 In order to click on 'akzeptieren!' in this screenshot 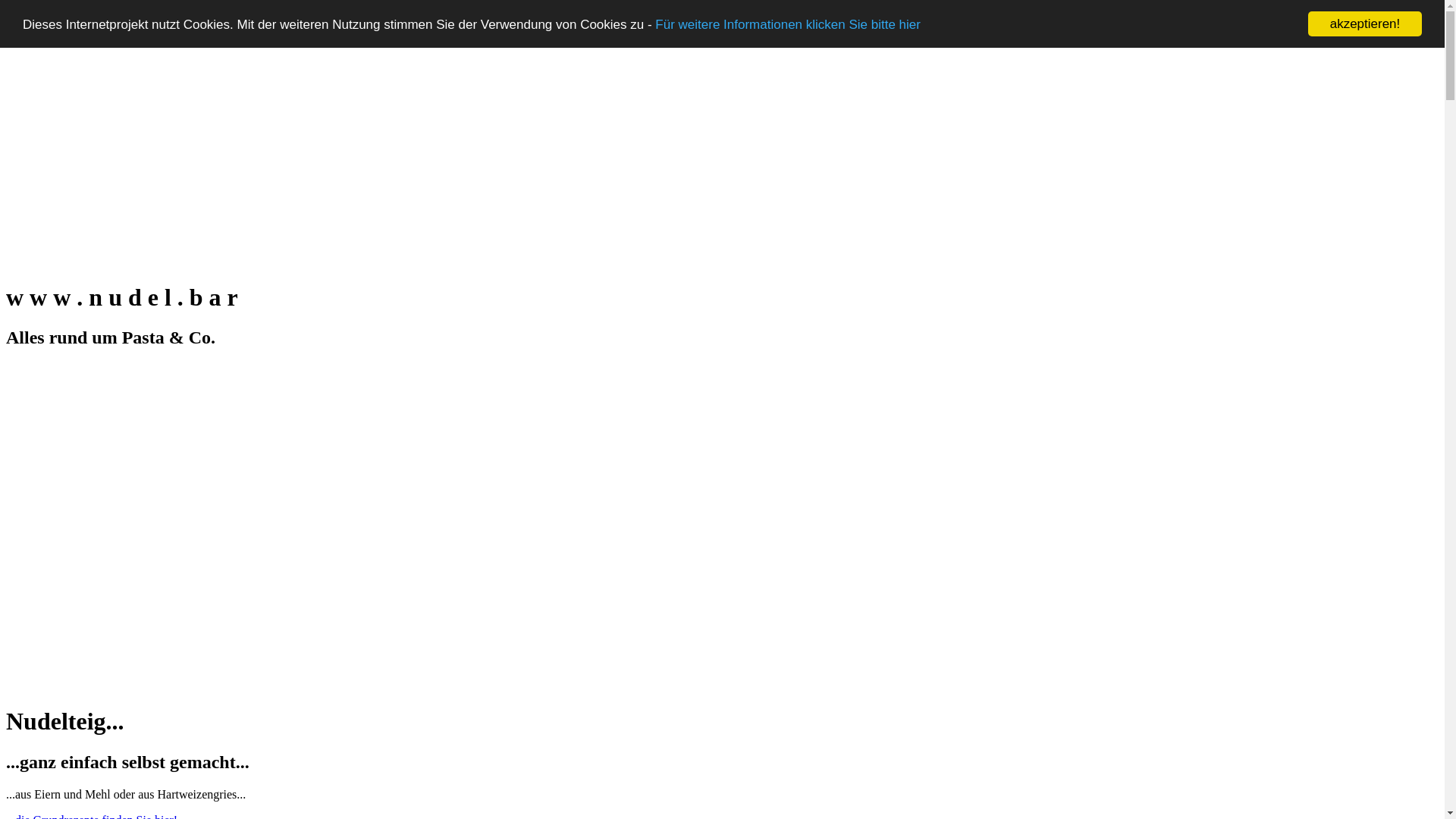, I will do `click(1365, 24)`.